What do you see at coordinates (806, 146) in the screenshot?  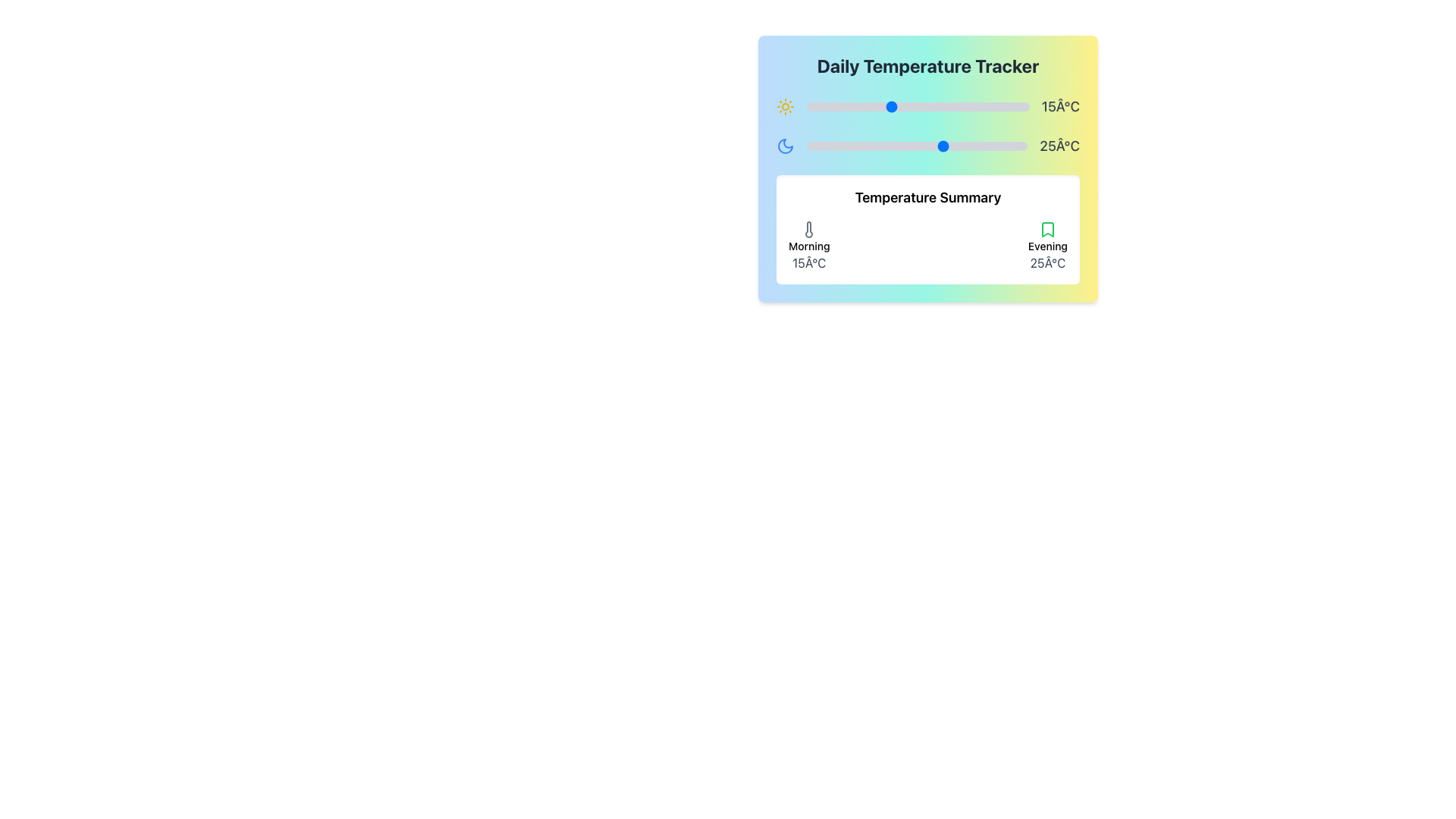 I see `the slider value` at bounding box center [806, 146].